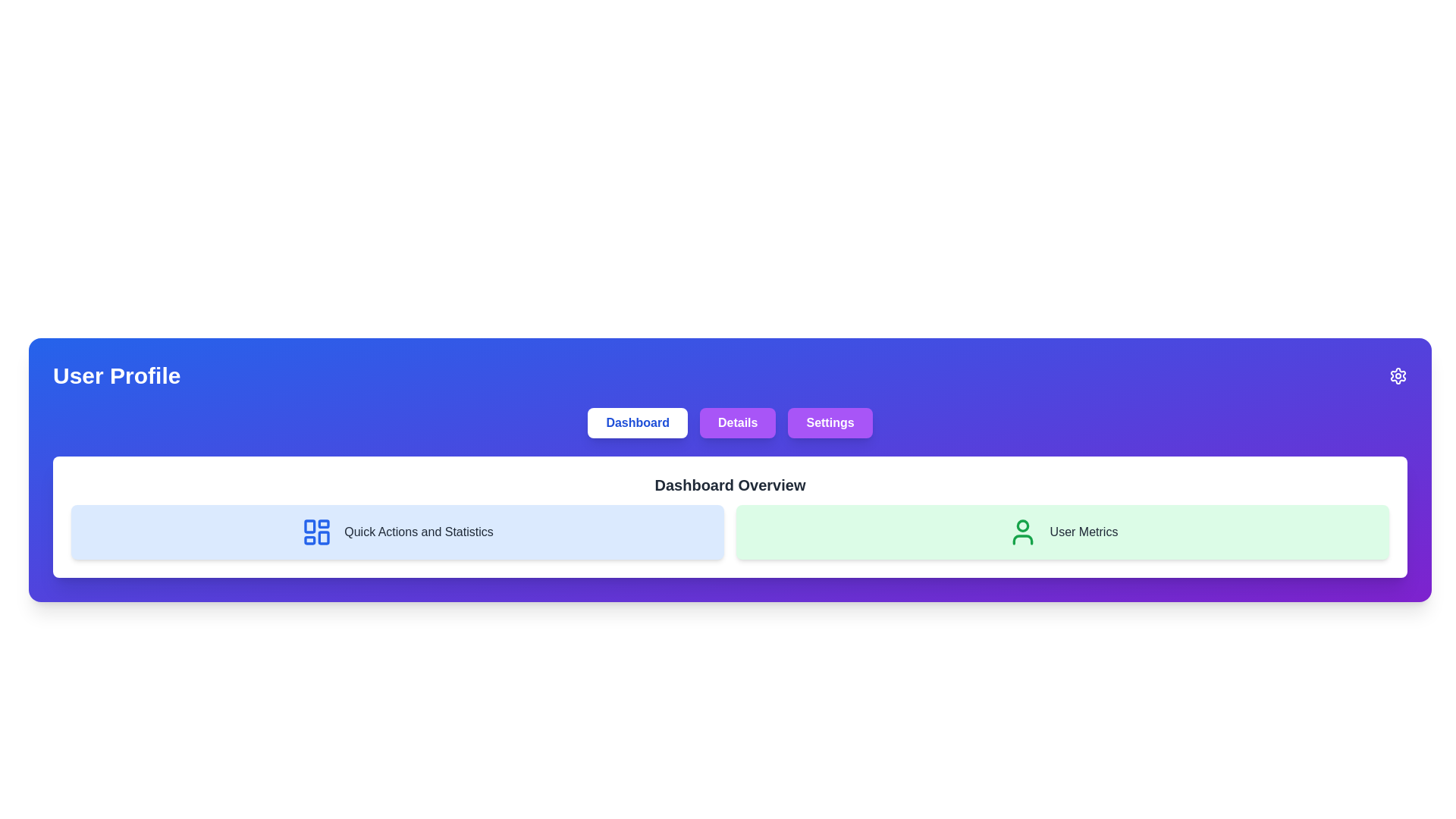  Describe the element at coordinates (116, 375) in the screenshot. I see `the 'User Profile' text label located in the upper-left corner of the interface, which serves as the header title for the current page` at that location.